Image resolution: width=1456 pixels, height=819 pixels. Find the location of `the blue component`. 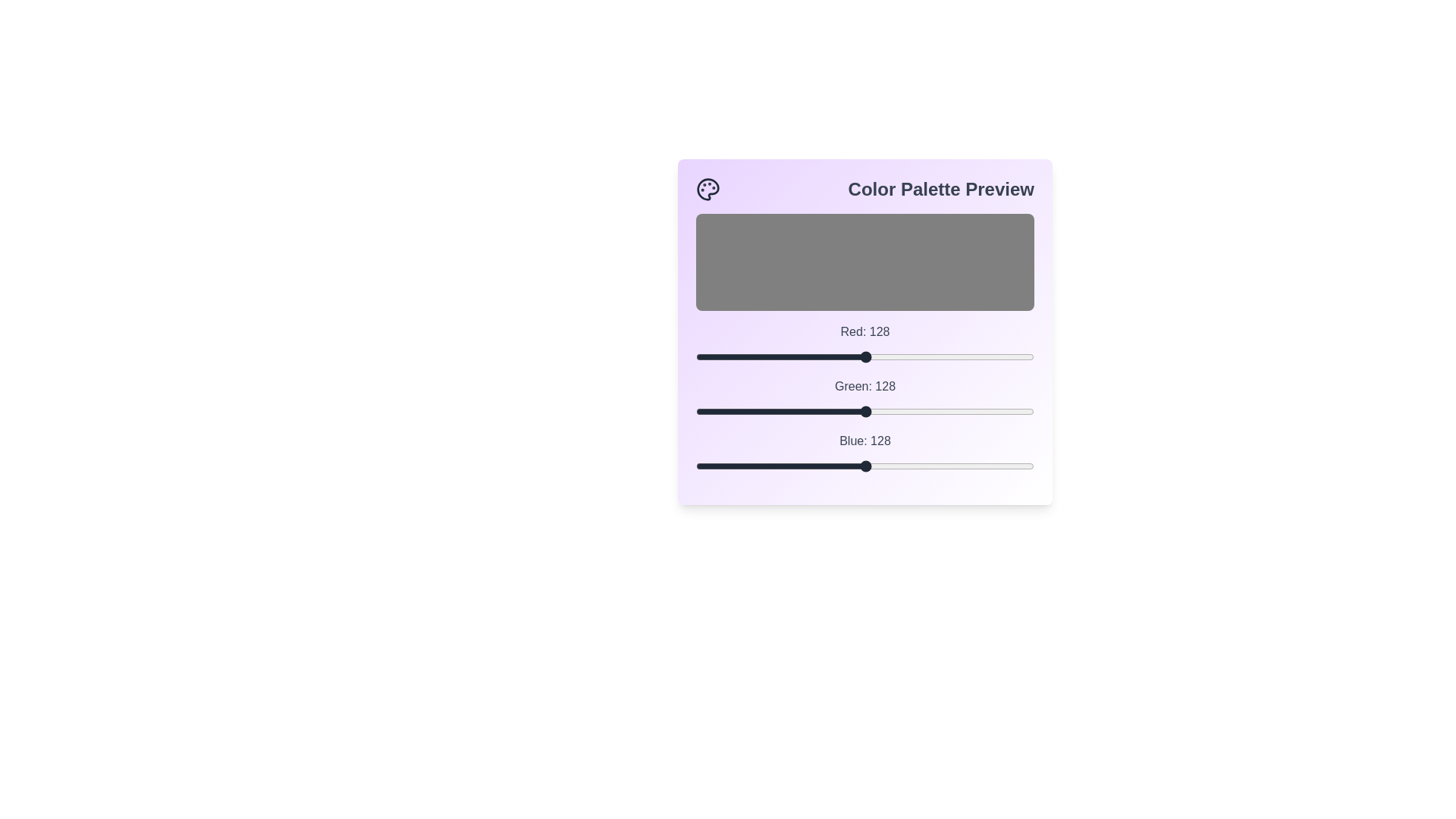

the blue component is located at coordinates (824, 465).